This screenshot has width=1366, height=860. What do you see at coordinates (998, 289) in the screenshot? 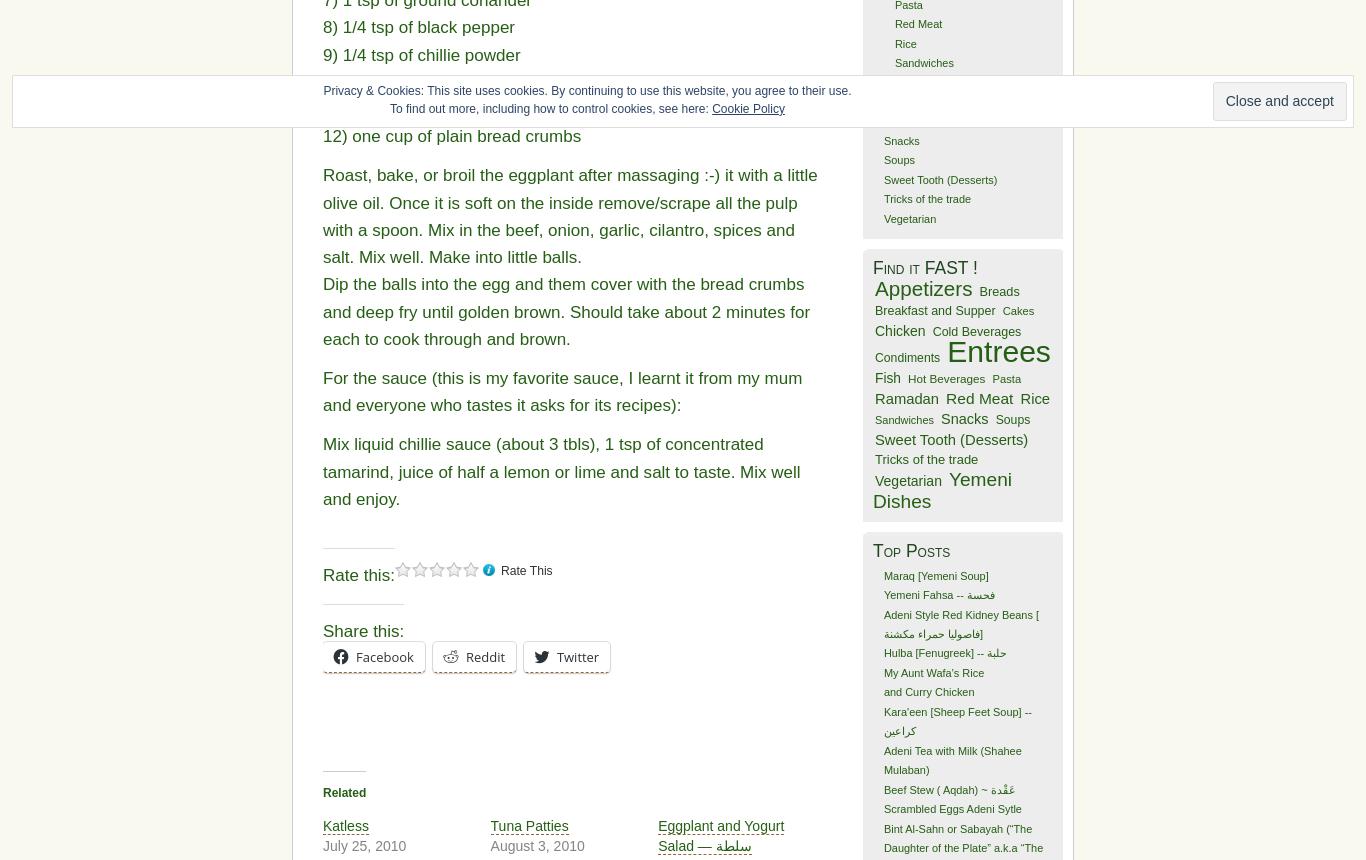
I see `'Breads'` at bounding box center [998, 289].